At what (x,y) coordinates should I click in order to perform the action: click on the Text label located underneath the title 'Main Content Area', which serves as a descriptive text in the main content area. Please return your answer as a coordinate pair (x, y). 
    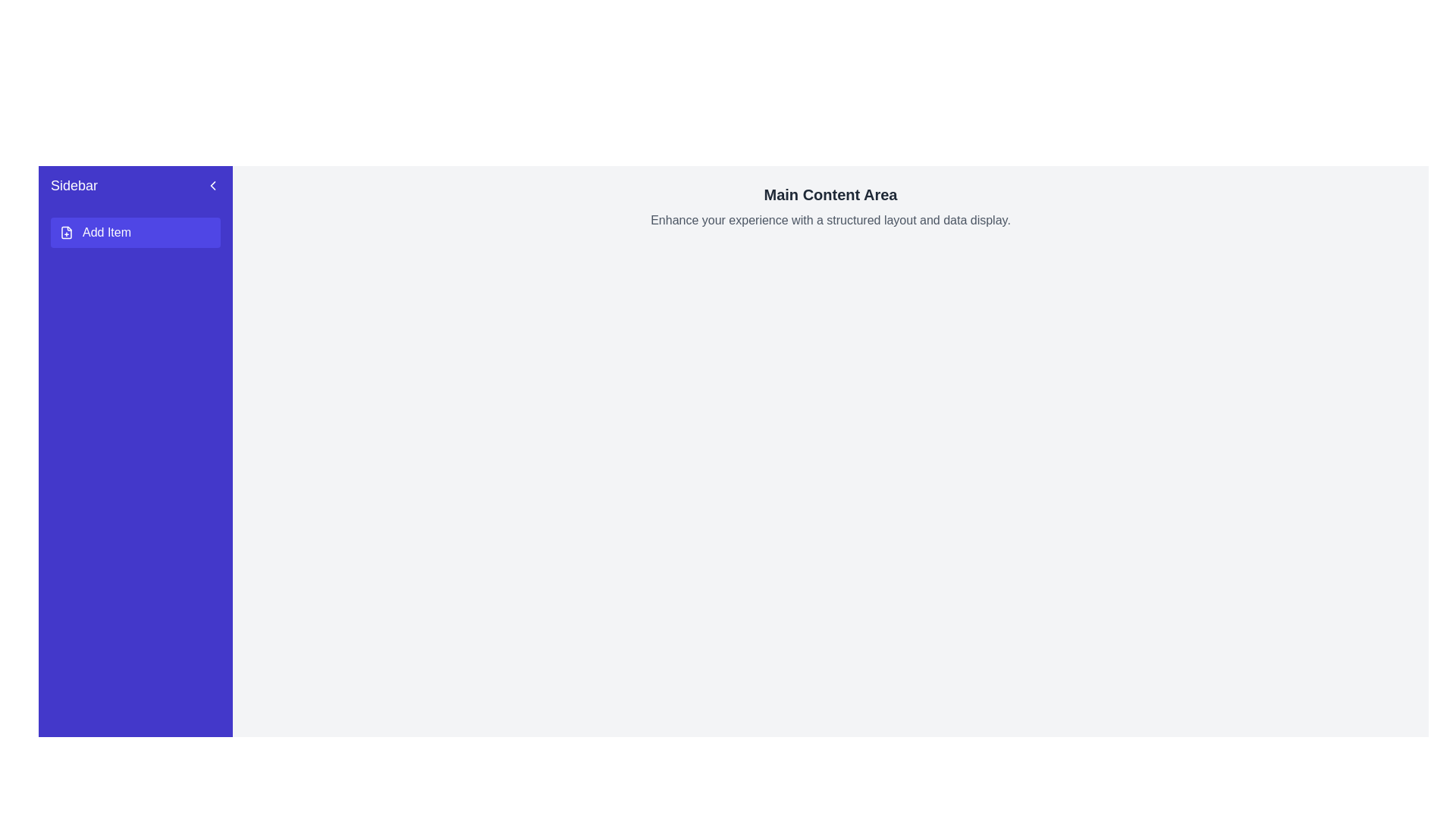
    Looking at the image, I should click on (830, 220).